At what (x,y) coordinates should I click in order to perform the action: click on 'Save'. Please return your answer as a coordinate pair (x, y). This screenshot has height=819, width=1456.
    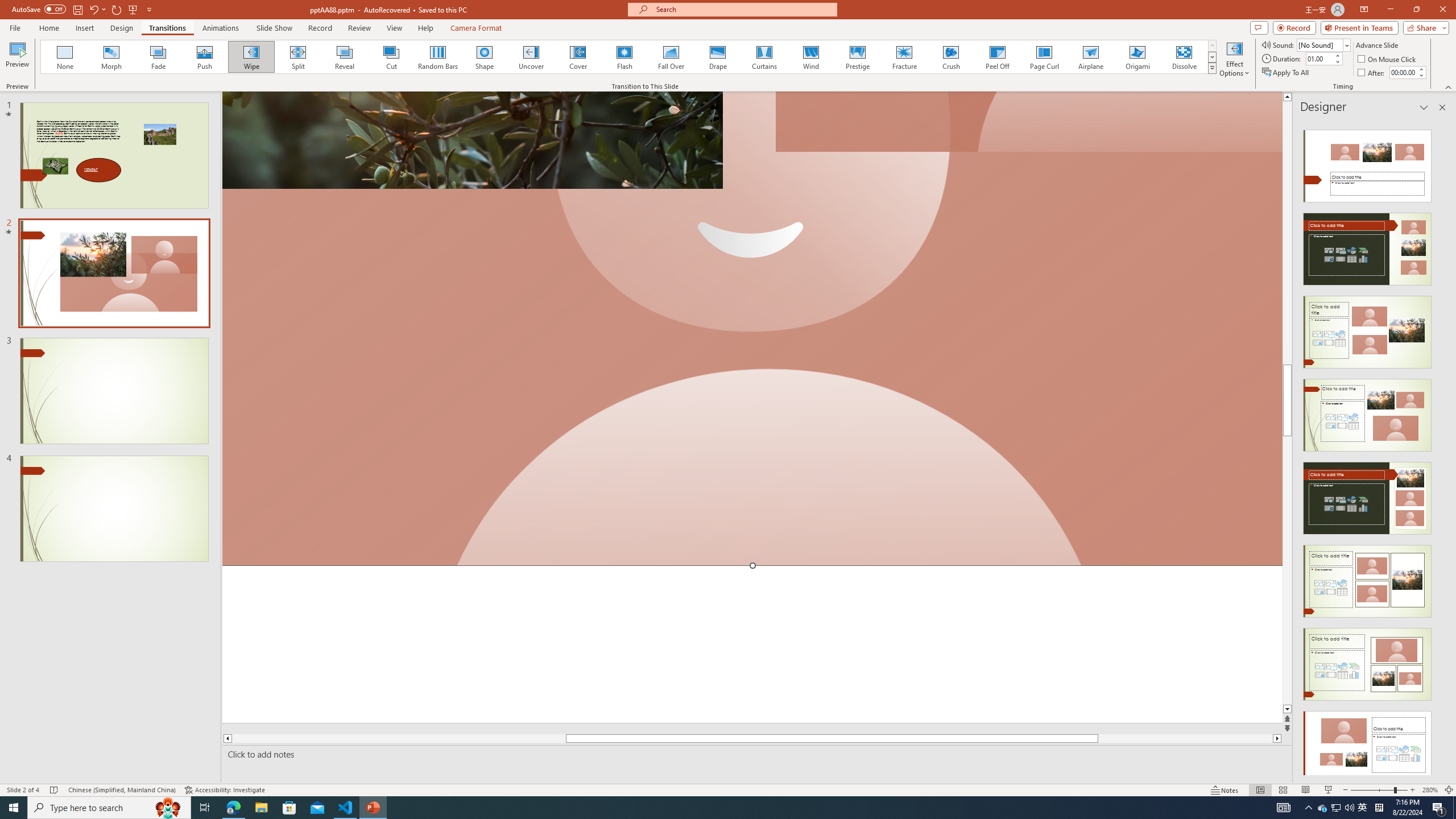
    Looking at the image, I should click on (77, 9).